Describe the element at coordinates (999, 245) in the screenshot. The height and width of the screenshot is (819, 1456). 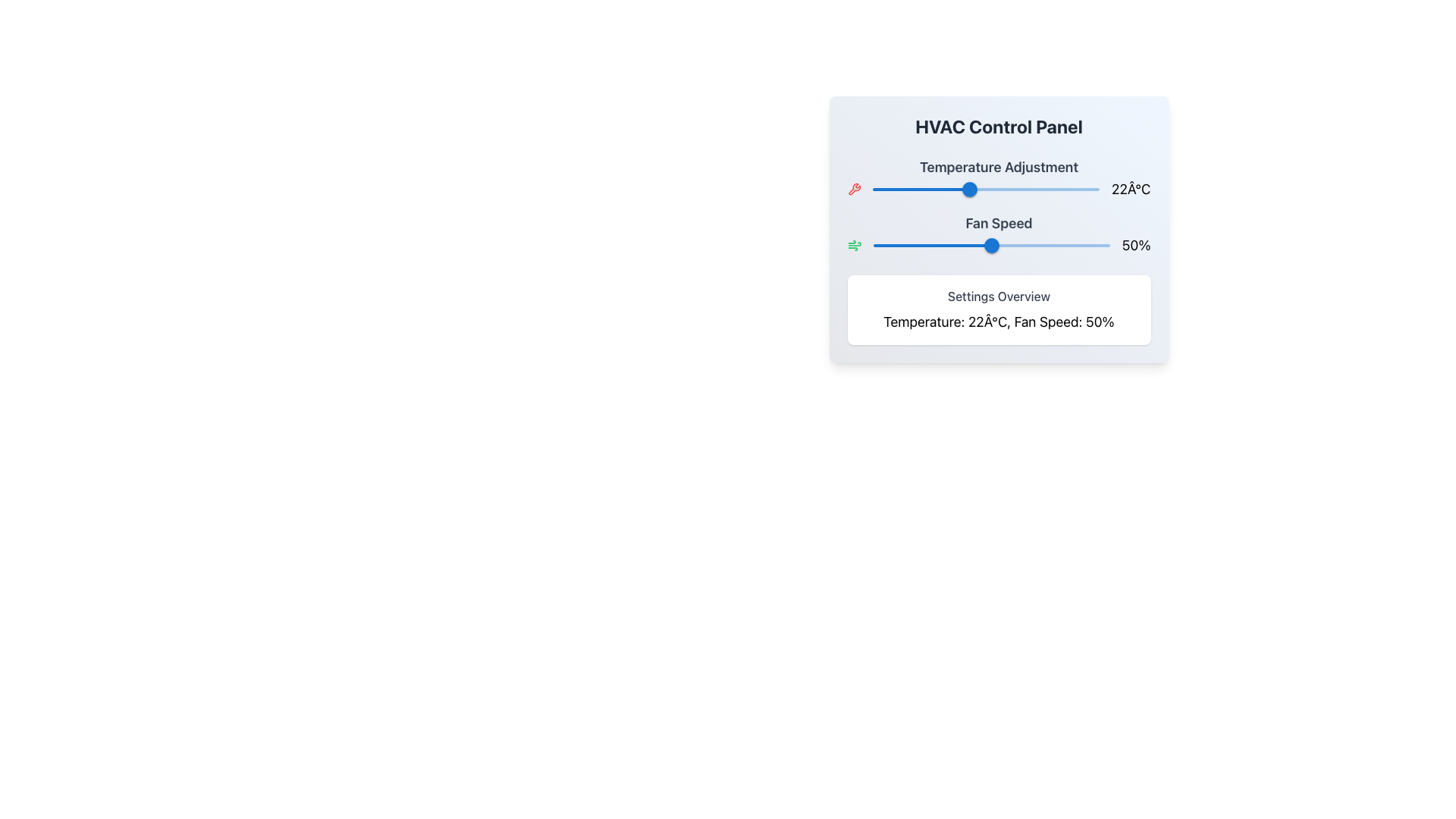
I see `fan speed` at that location.